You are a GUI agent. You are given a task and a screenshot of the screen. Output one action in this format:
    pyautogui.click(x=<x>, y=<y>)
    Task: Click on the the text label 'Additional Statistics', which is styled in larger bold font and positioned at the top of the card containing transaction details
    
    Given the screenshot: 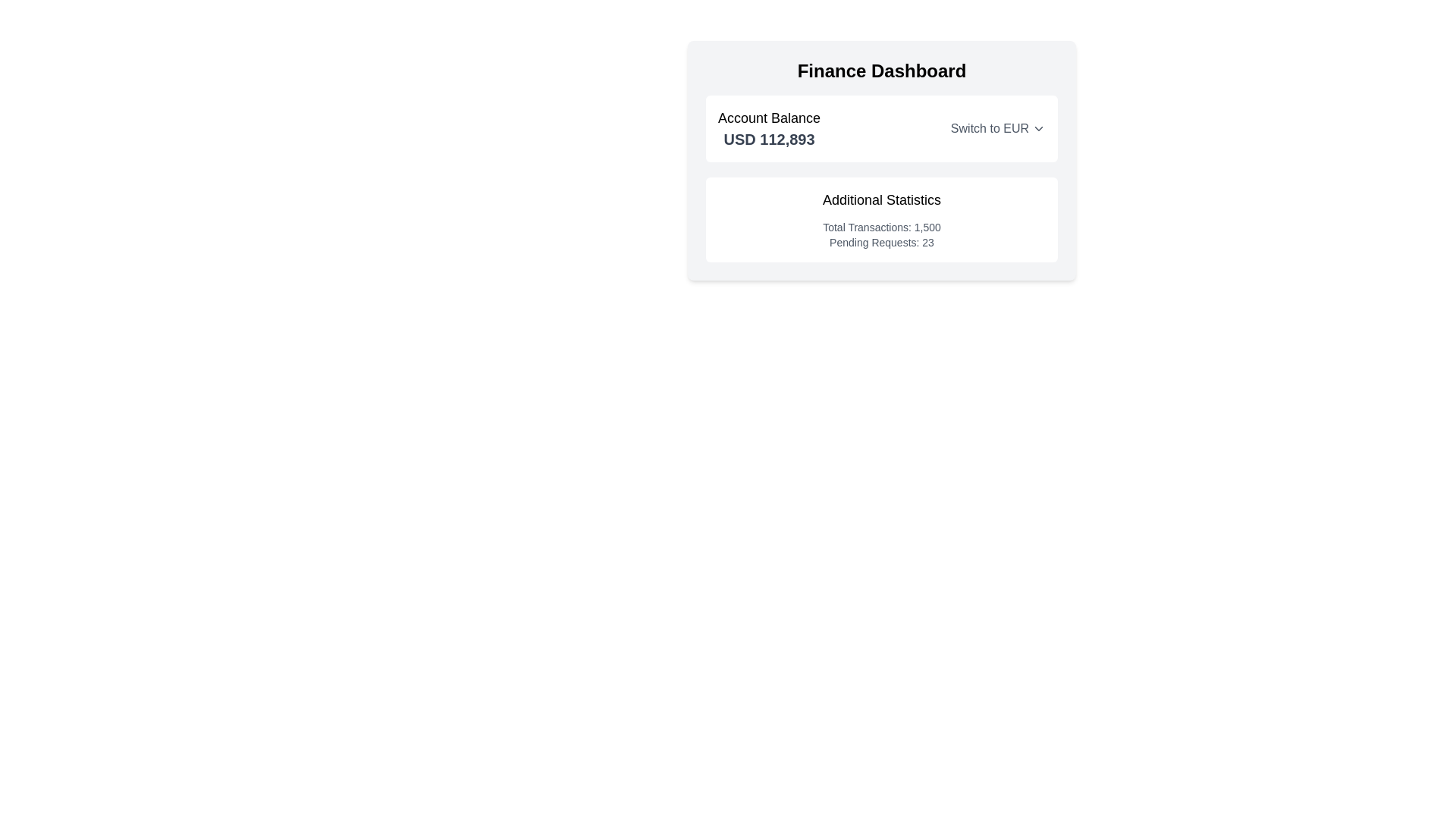 What is the action you would take?
    pyautogui.click(x=881, y=199)
    